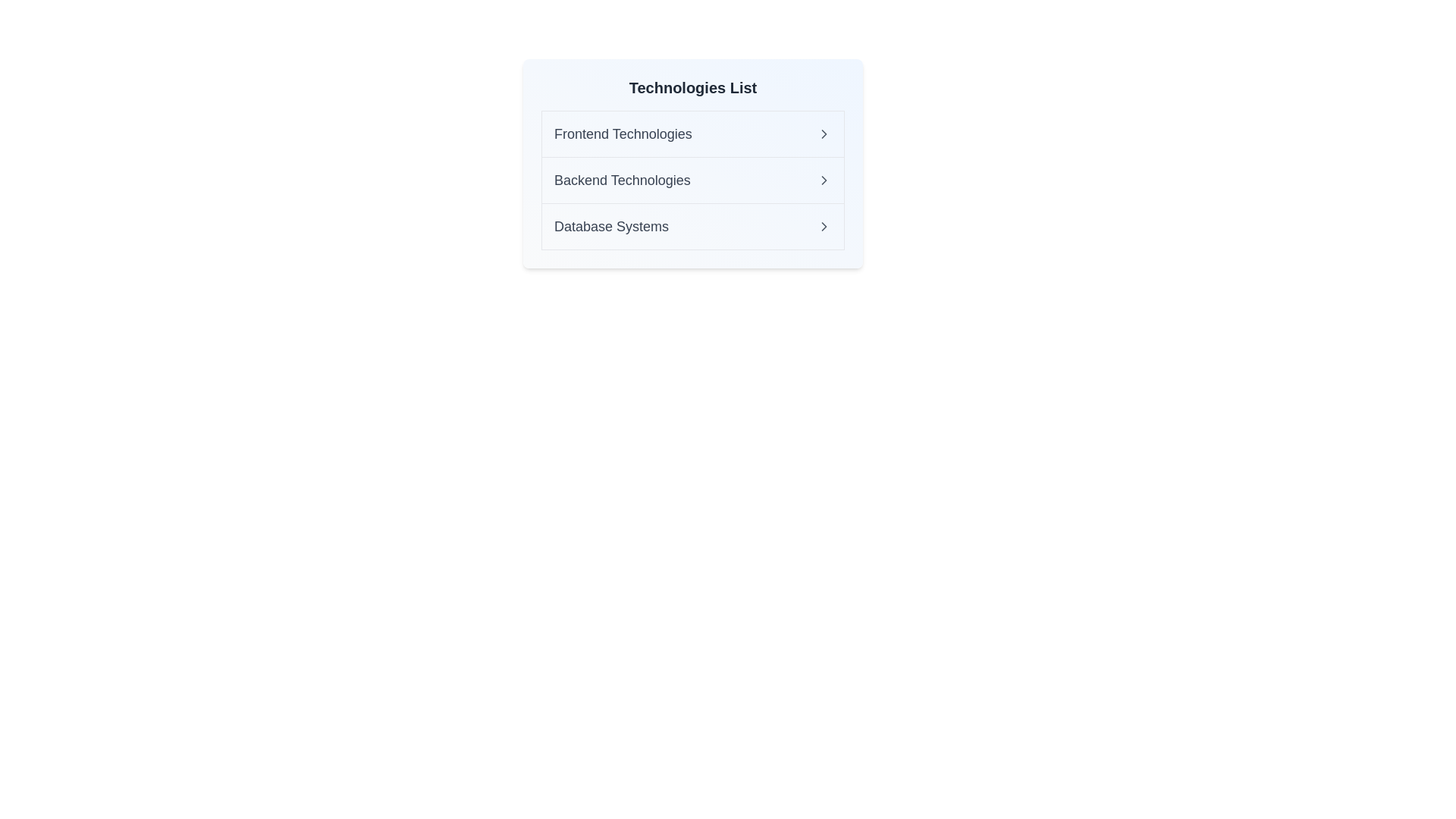 This screenshot has height=819, width=1456. Describe the element at coordinates (823, 227) in the screenshot. I see `the chevron icon of the item titled 'Database Systems' to toggle its expansion` at that location.